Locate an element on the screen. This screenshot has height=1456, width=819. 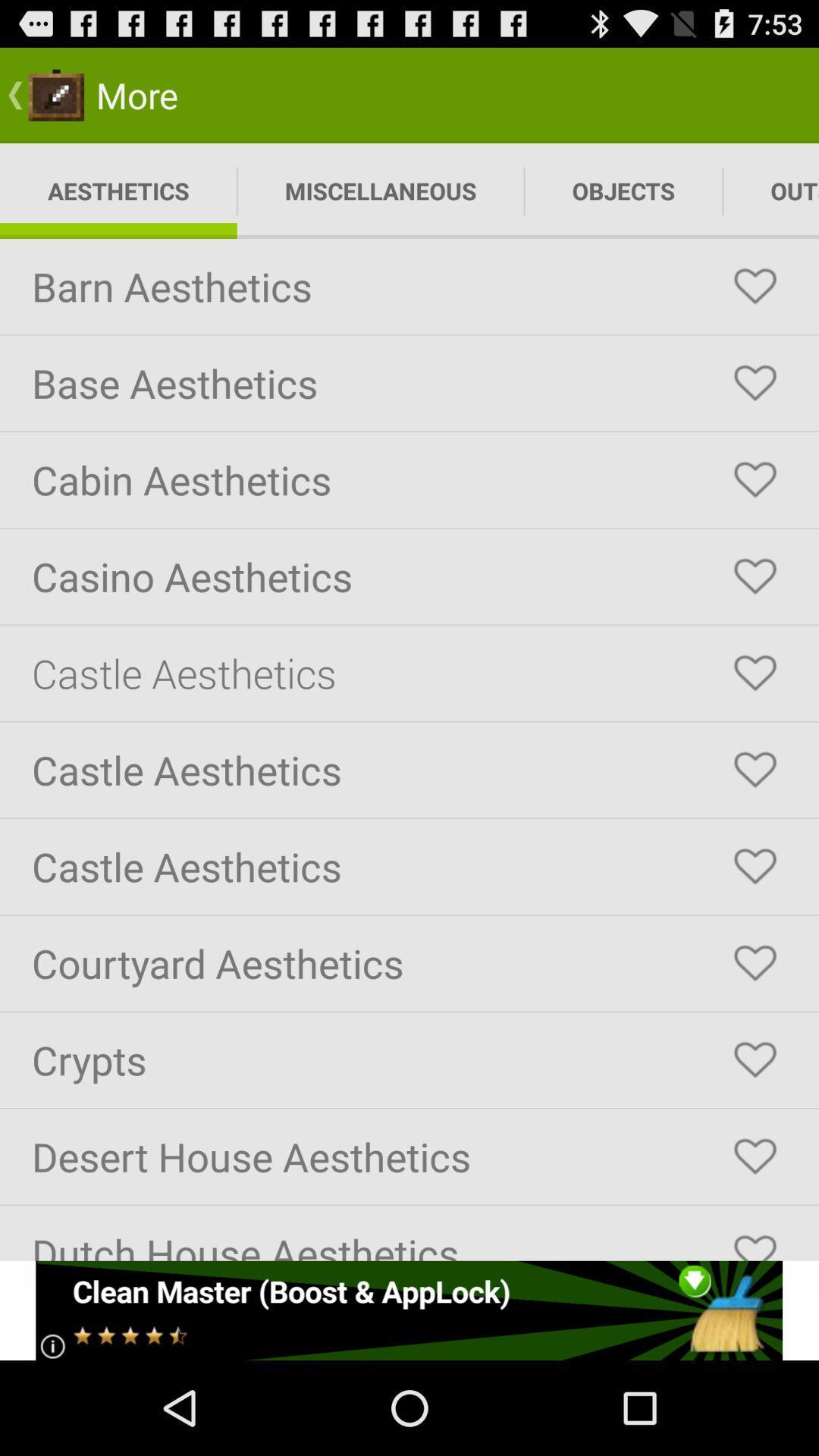
the fifth  love icon from the last is located at coordinates (755, 866).